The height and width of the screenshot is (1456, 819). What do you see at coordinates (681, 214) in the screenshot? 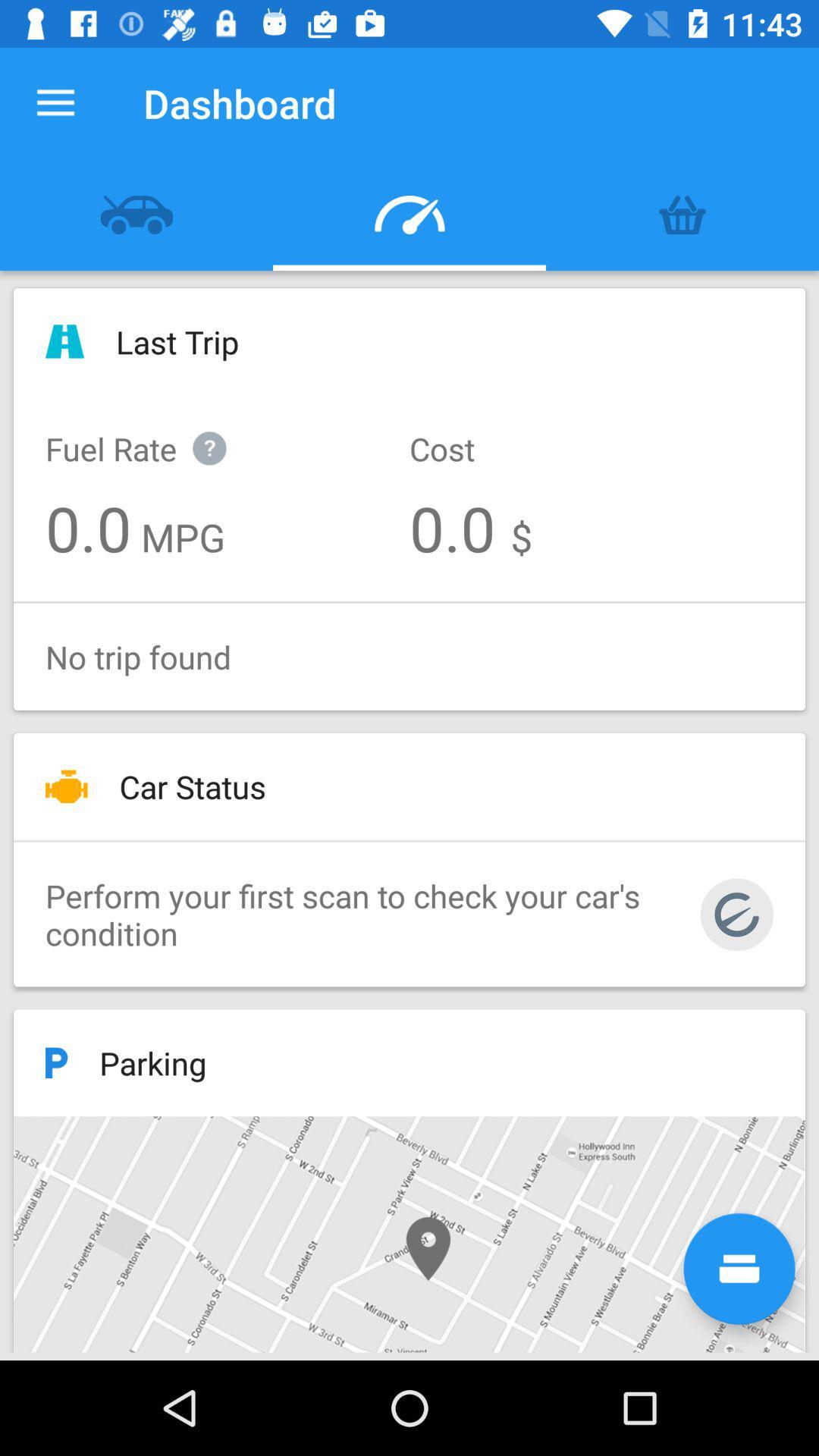
I see `the item above the last trip` at bounding box center [681, 214].